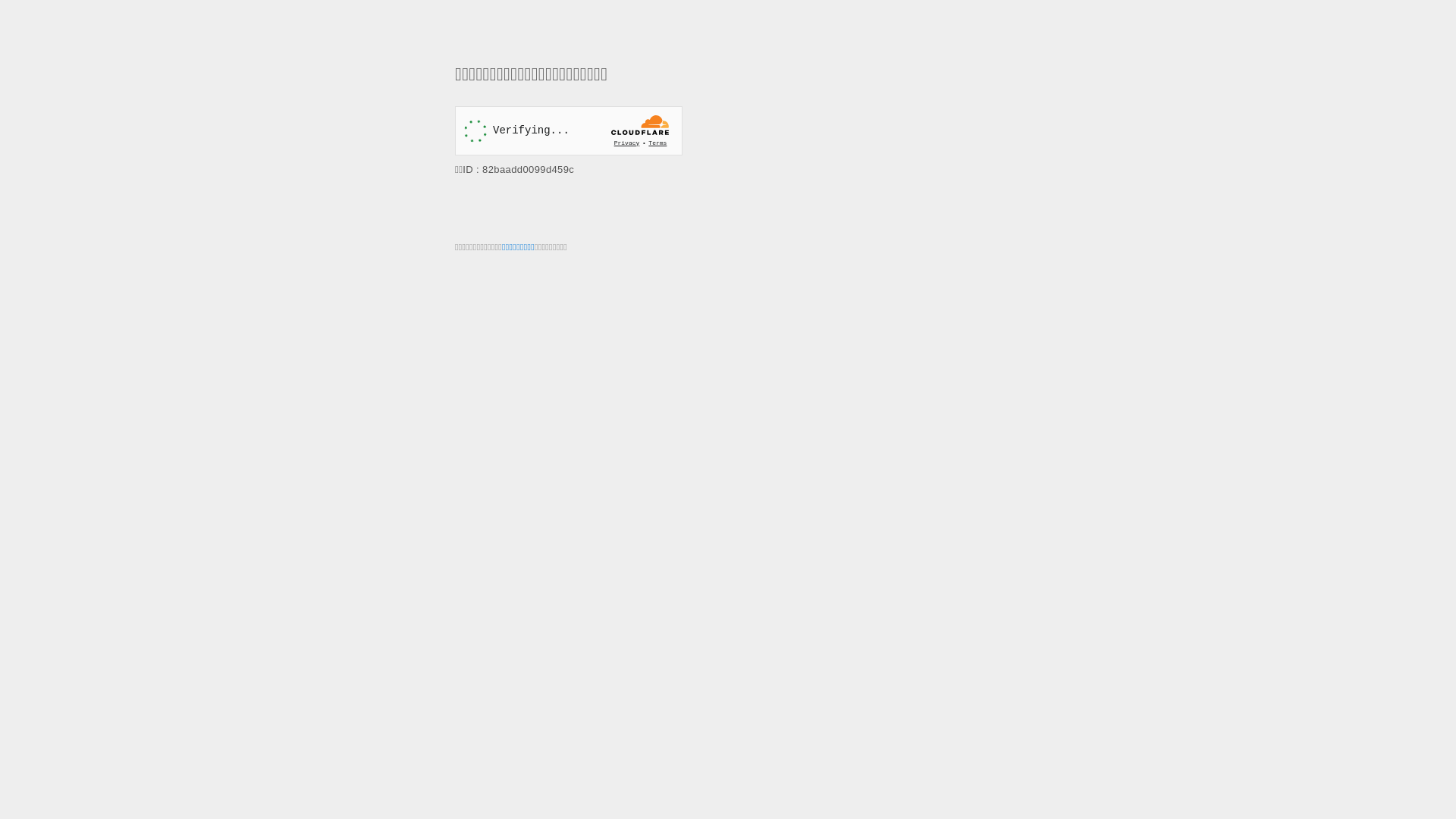  Describe the element at coordinates (567, 130) in the screenshot. I see `'Widget containing a Cloudflare security challenge'` at that location.